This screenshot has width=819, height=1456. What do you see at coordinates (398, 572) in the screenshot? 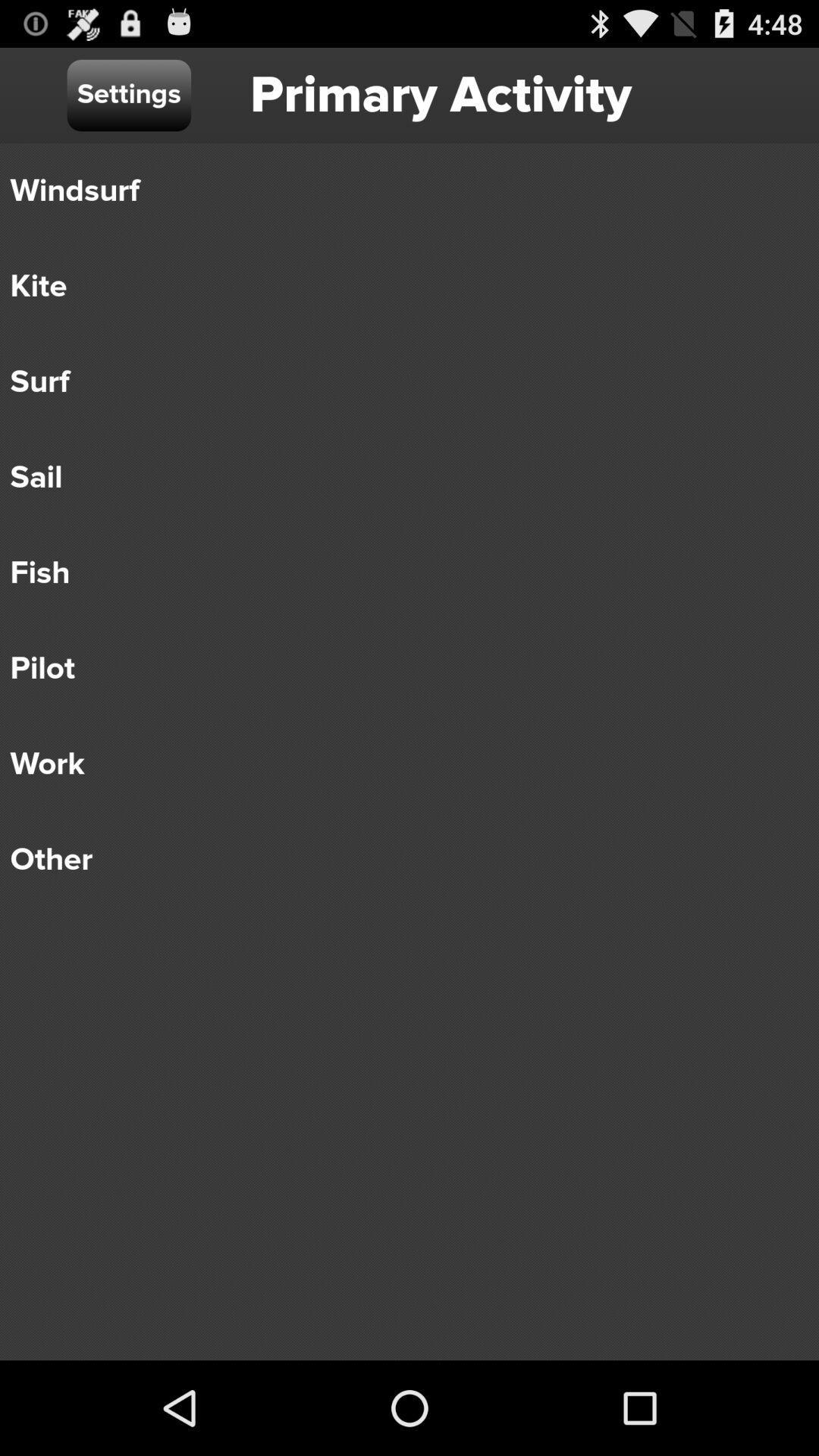
I see `the fish item` at bounding box center [398, 572].